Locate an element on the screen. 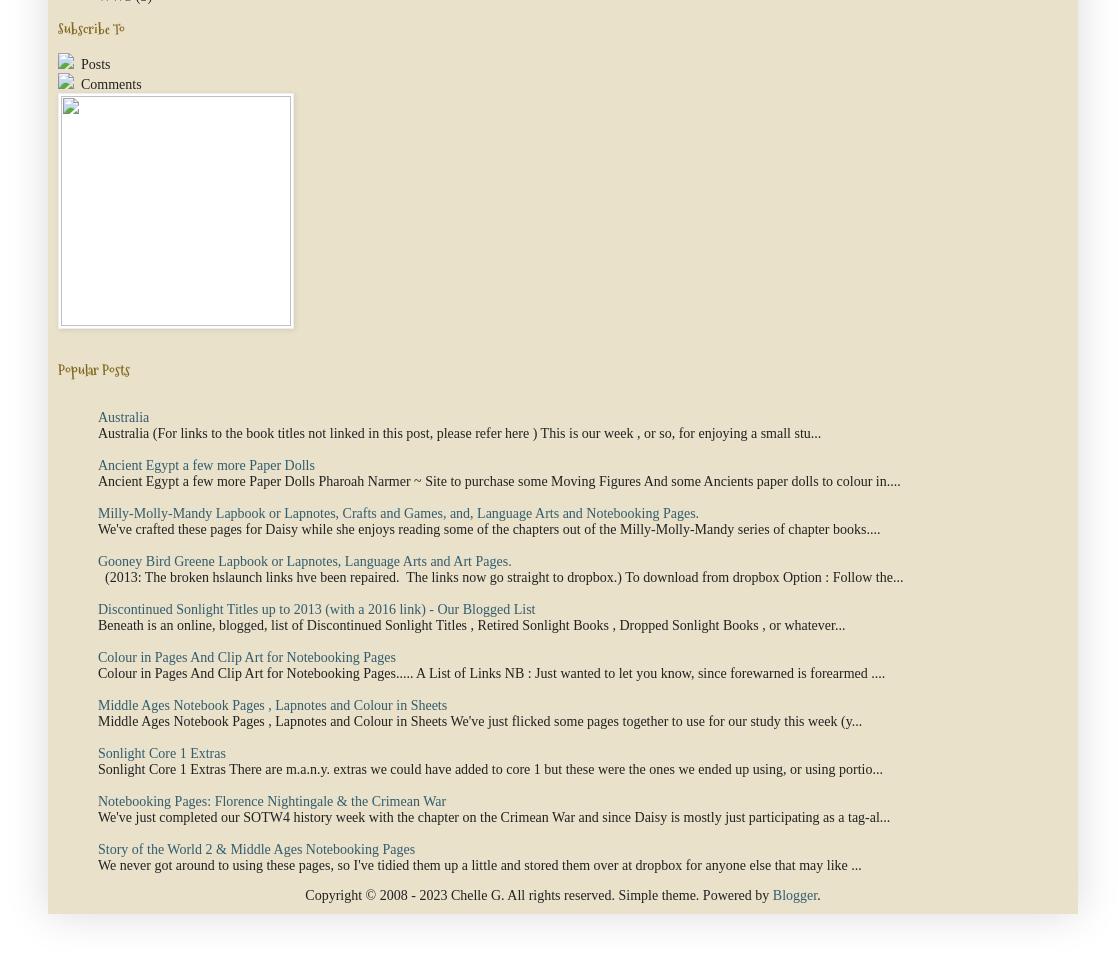 The height and width of the screenshot is (961, 1118). '(2013: The broken hslaunch links hve been repaired.  The links now go straight to dropbox.)  To download from dropbox  Option : Follow the...' is located at coordinates (98, 576).